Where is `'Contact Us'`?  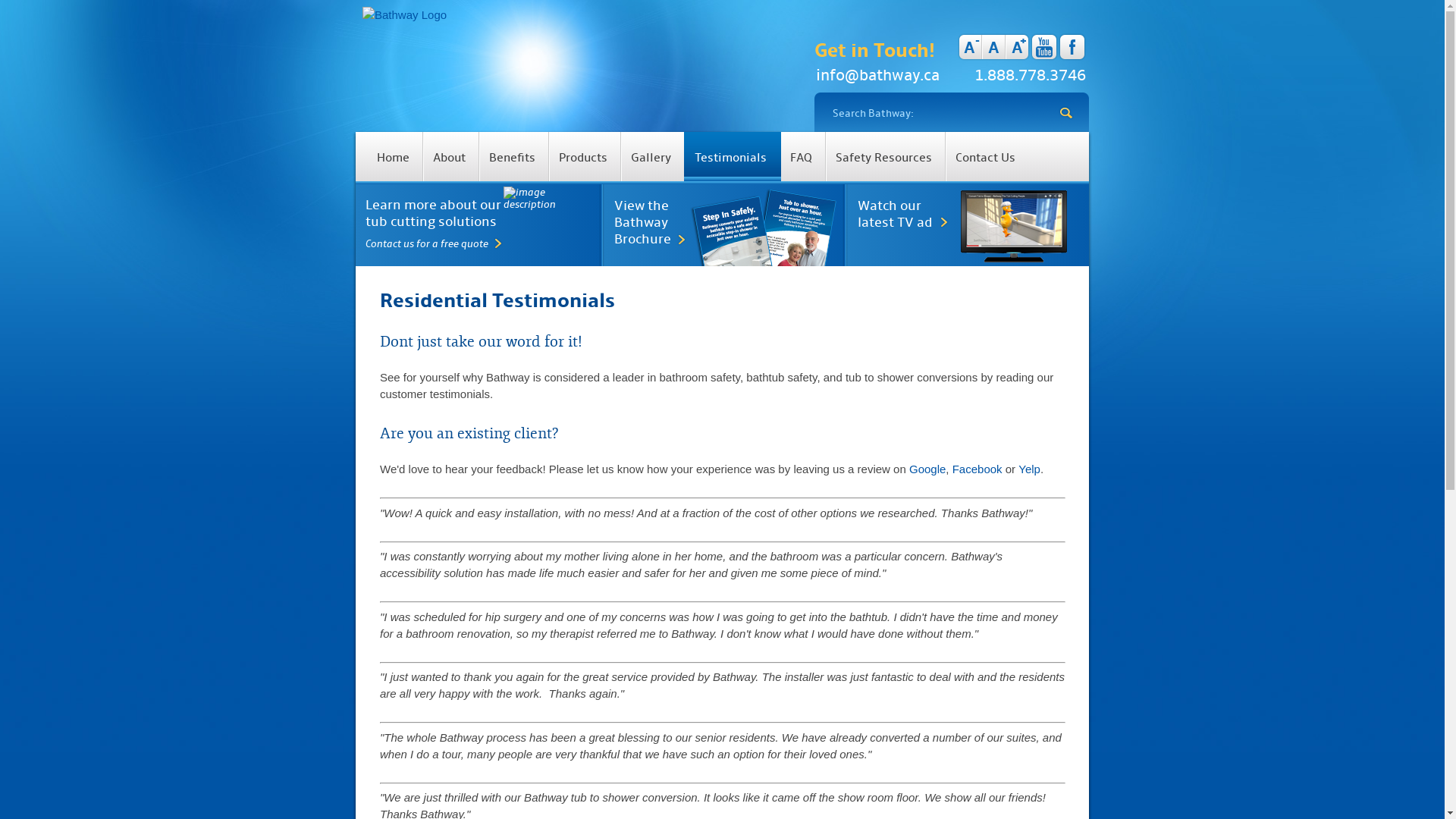
'Contact Us' is located at coordinates (986, 156).